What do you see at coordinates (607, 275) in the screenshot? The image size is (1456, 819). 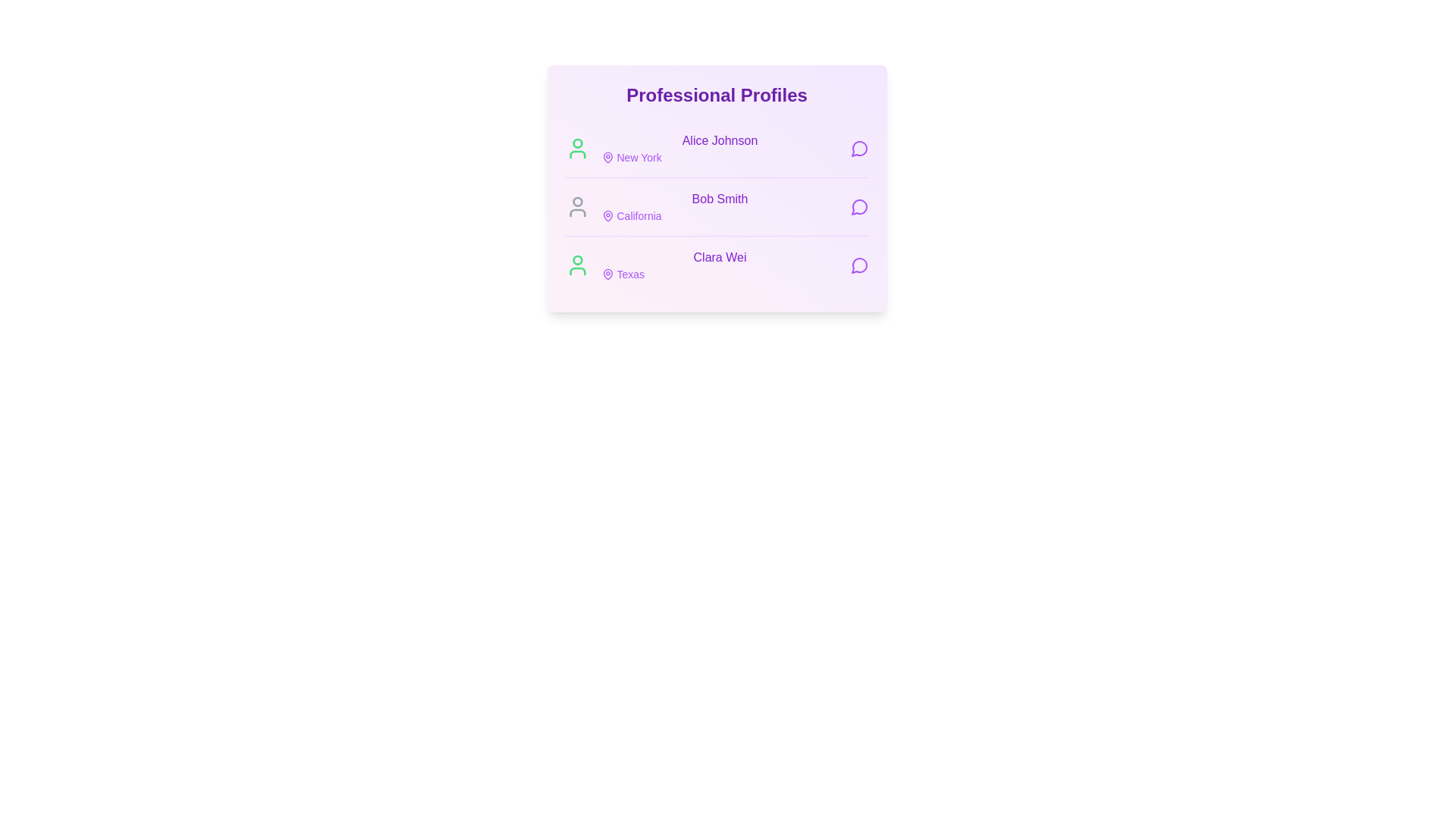 I see `the location information for Texas` at bounding box center [607, 275].